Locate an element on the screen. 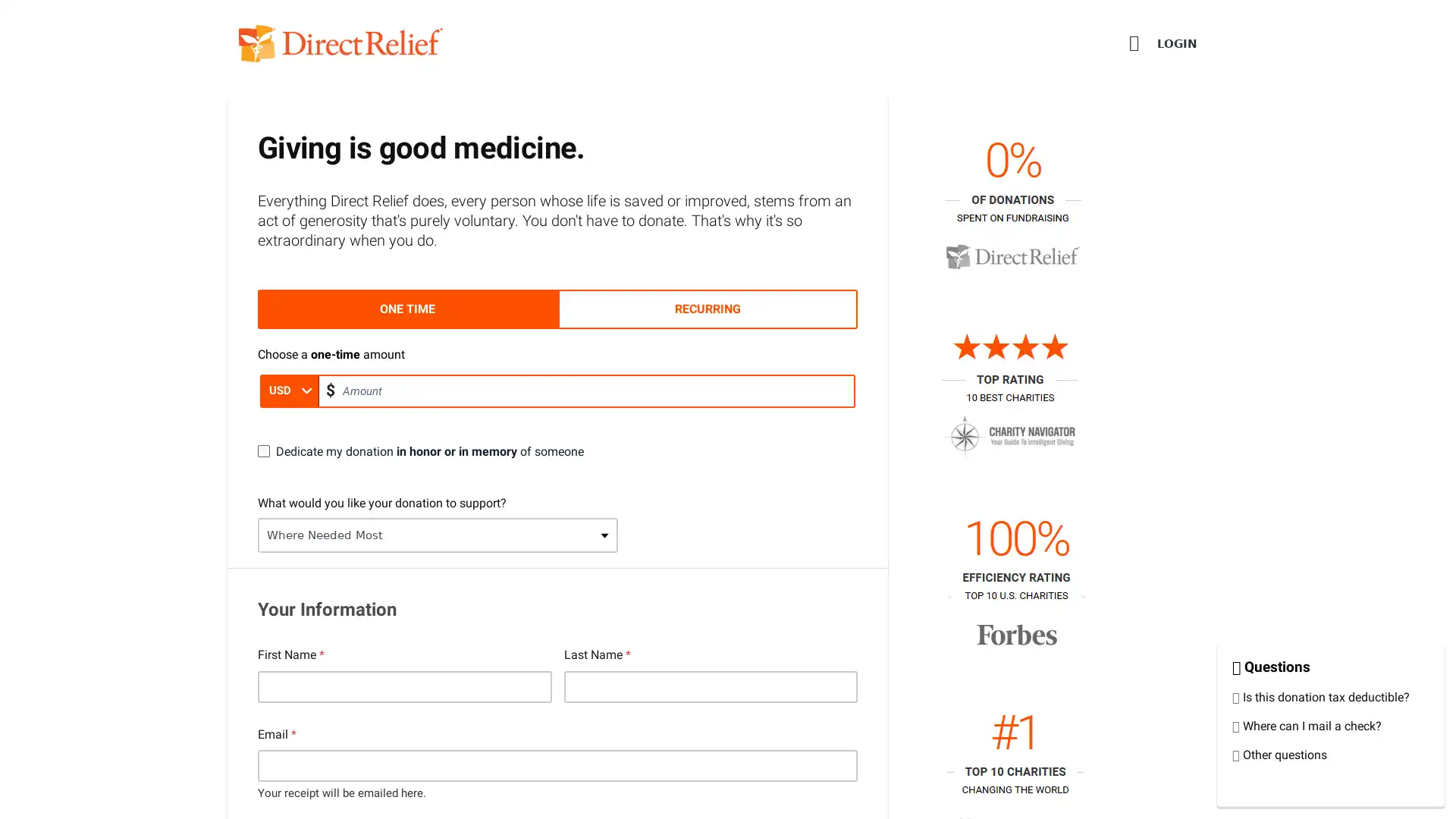  LOGIN is located at coordinates (1179, 42).